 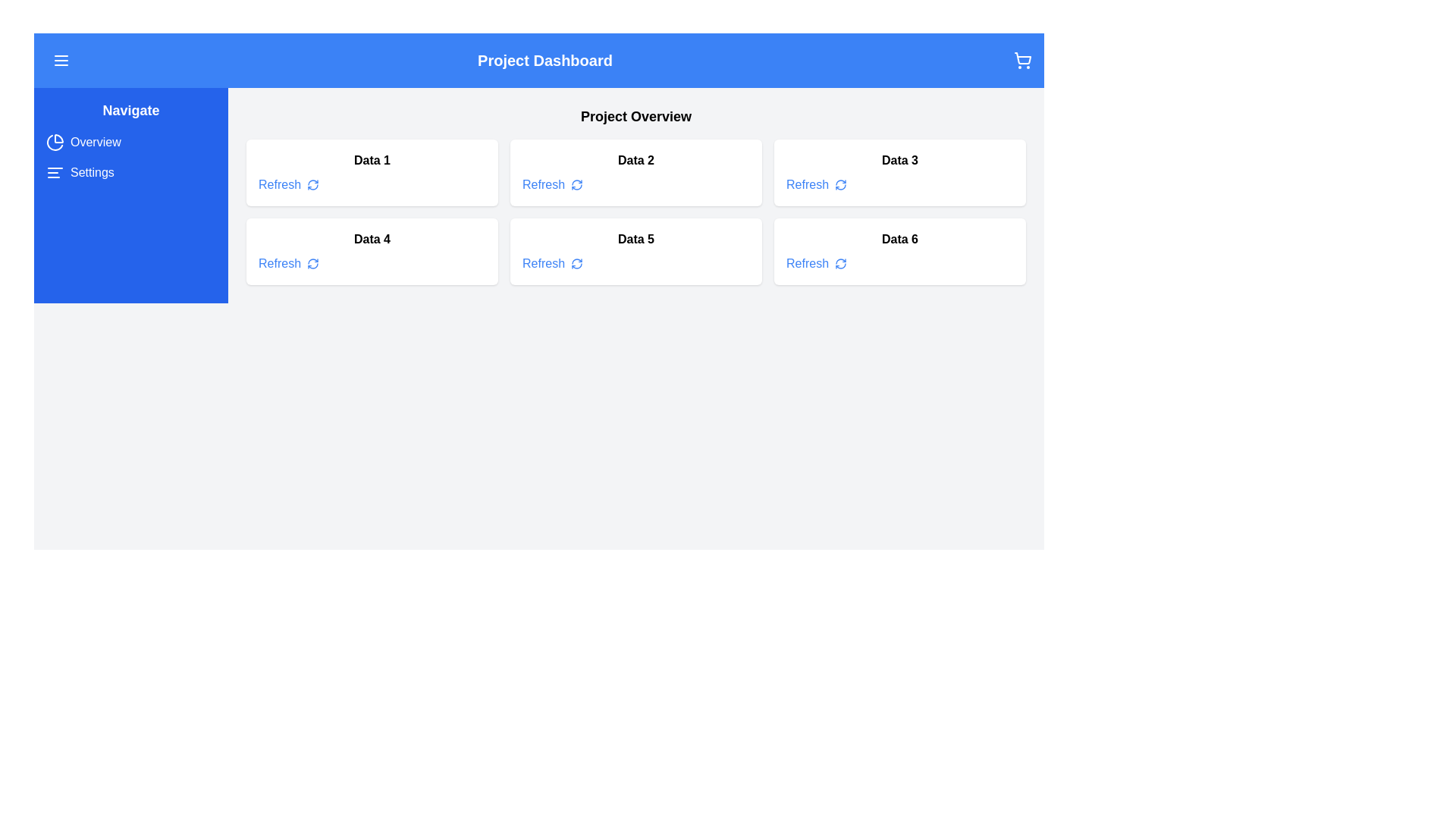 I want to click on the circular blue refresh icon located next to the 'Refresh' text within the 'Data 6' card, so click(x=839, y=262).